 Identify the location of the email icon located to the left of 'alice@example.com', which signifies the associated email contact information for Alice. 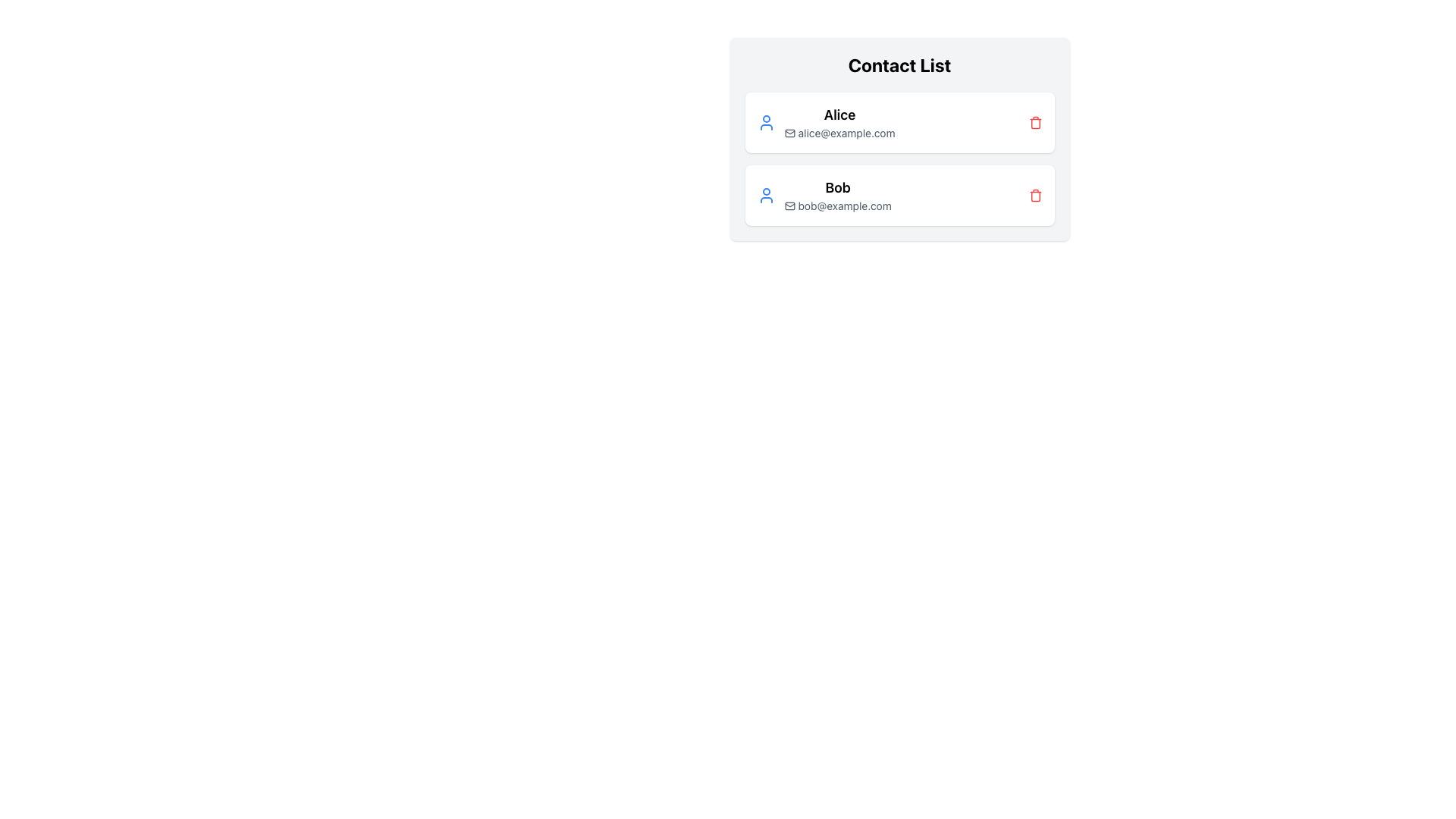
(789, 133).